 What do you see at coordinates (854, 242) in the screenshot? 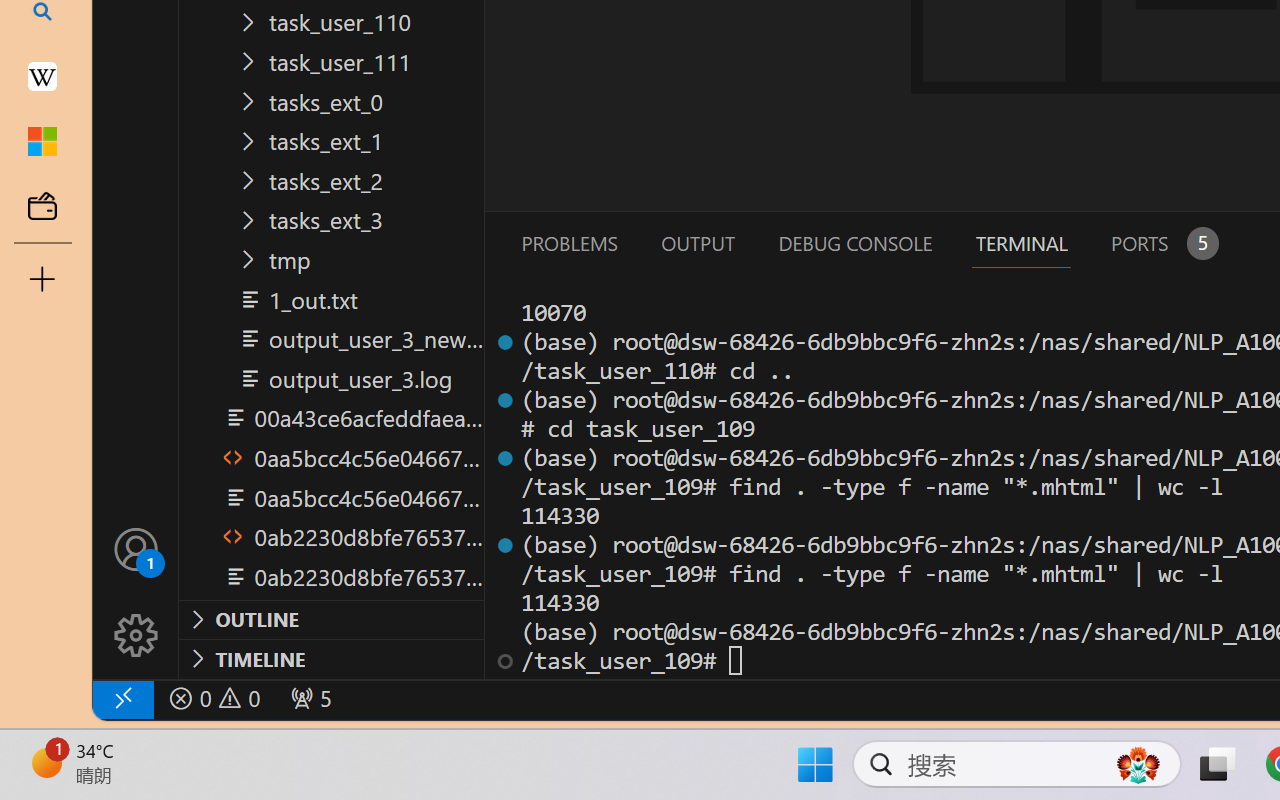
I see `'Debug Console (Ctrl+Shift+Y)'` at bounding box center [854, 242].